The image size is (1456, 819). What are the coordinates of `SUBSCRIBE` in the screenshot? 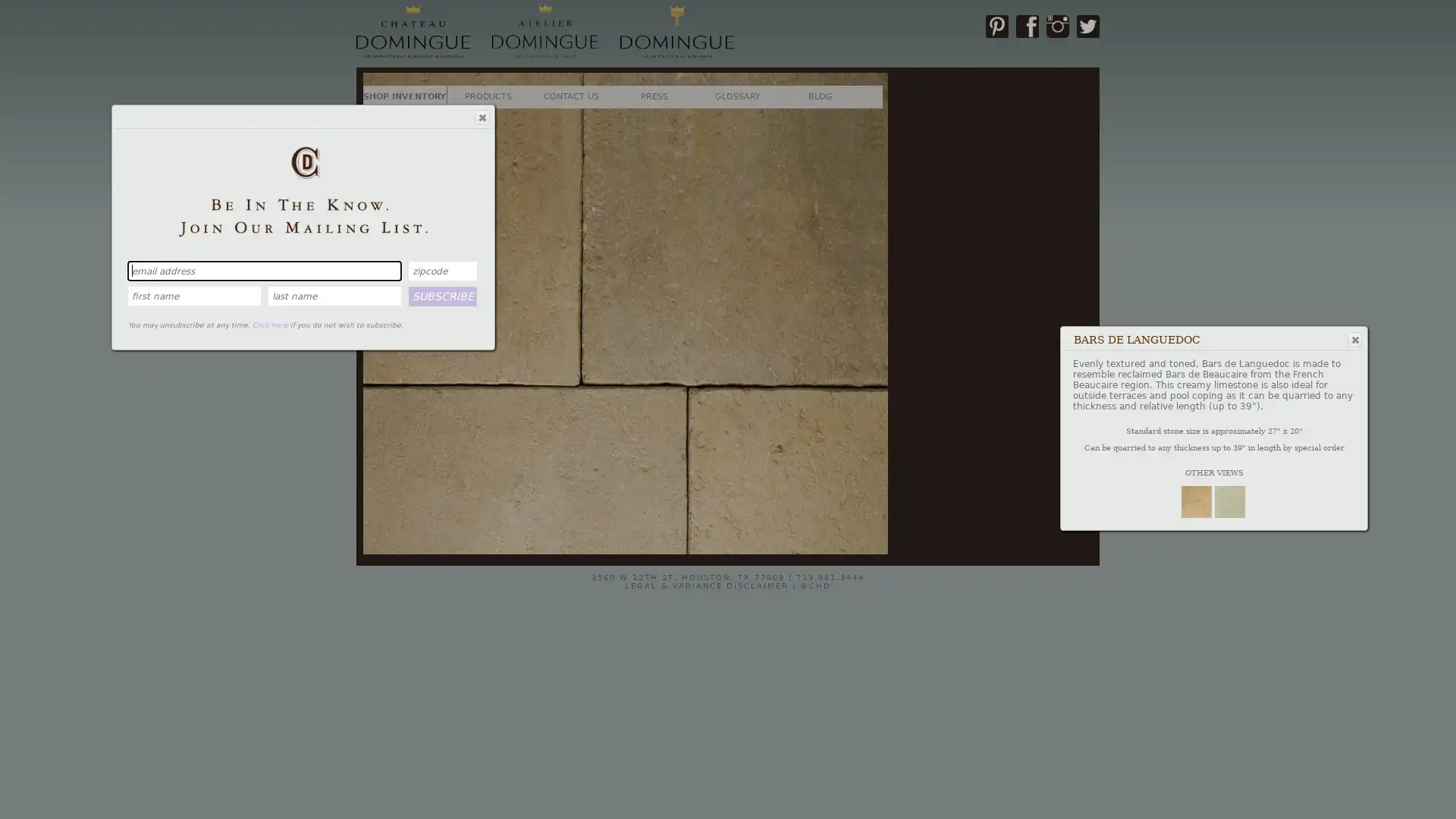 It's located at (442, 295).